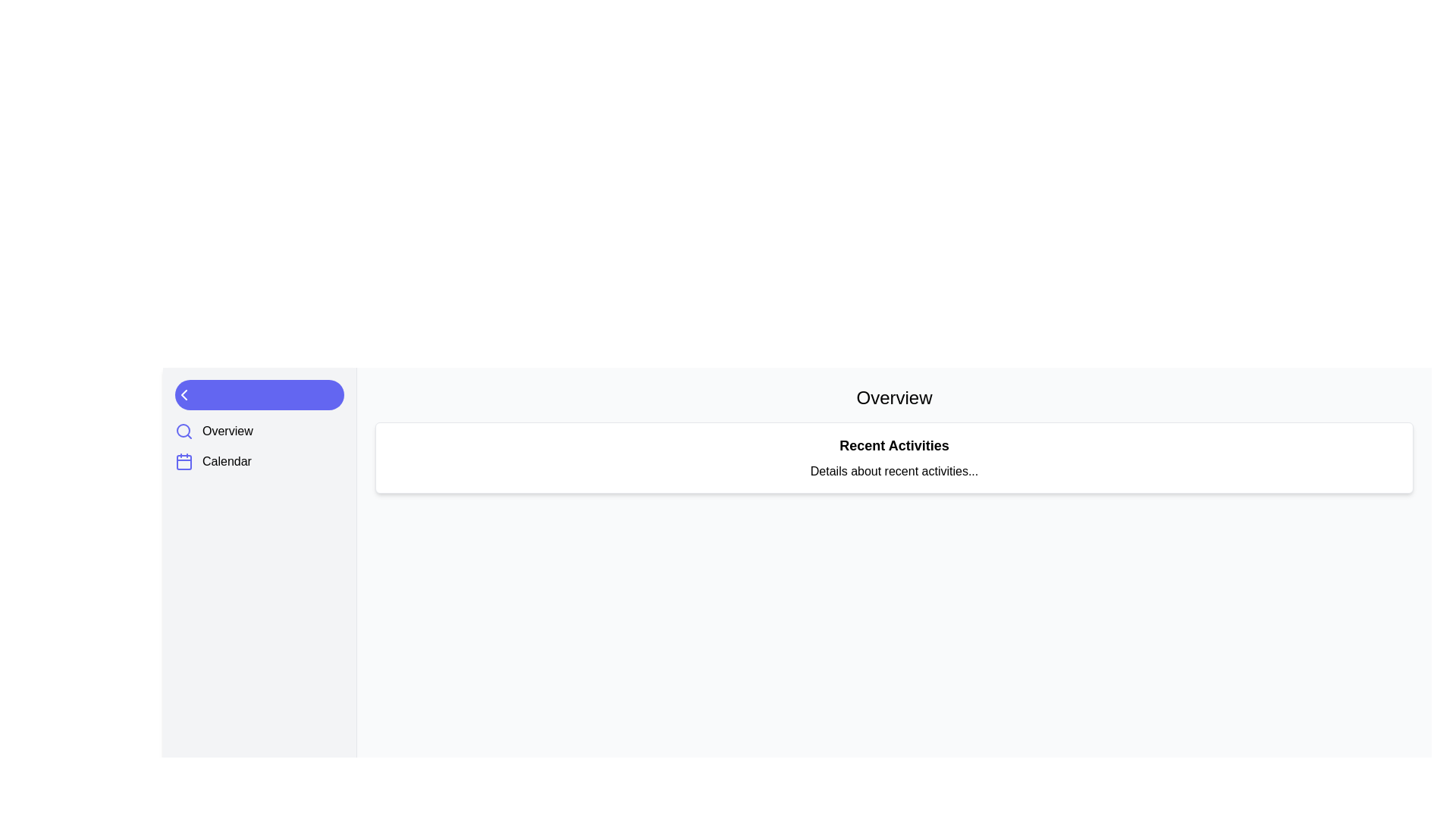 The image size is (1456, 819). Describe the element at coordinates (184, 431) in the screenshot. I see `the search icon, which is a circular magnifying glass outlined in indigo, located to the left of the 'Overview' text in the sidebar navigation panel` at that location.